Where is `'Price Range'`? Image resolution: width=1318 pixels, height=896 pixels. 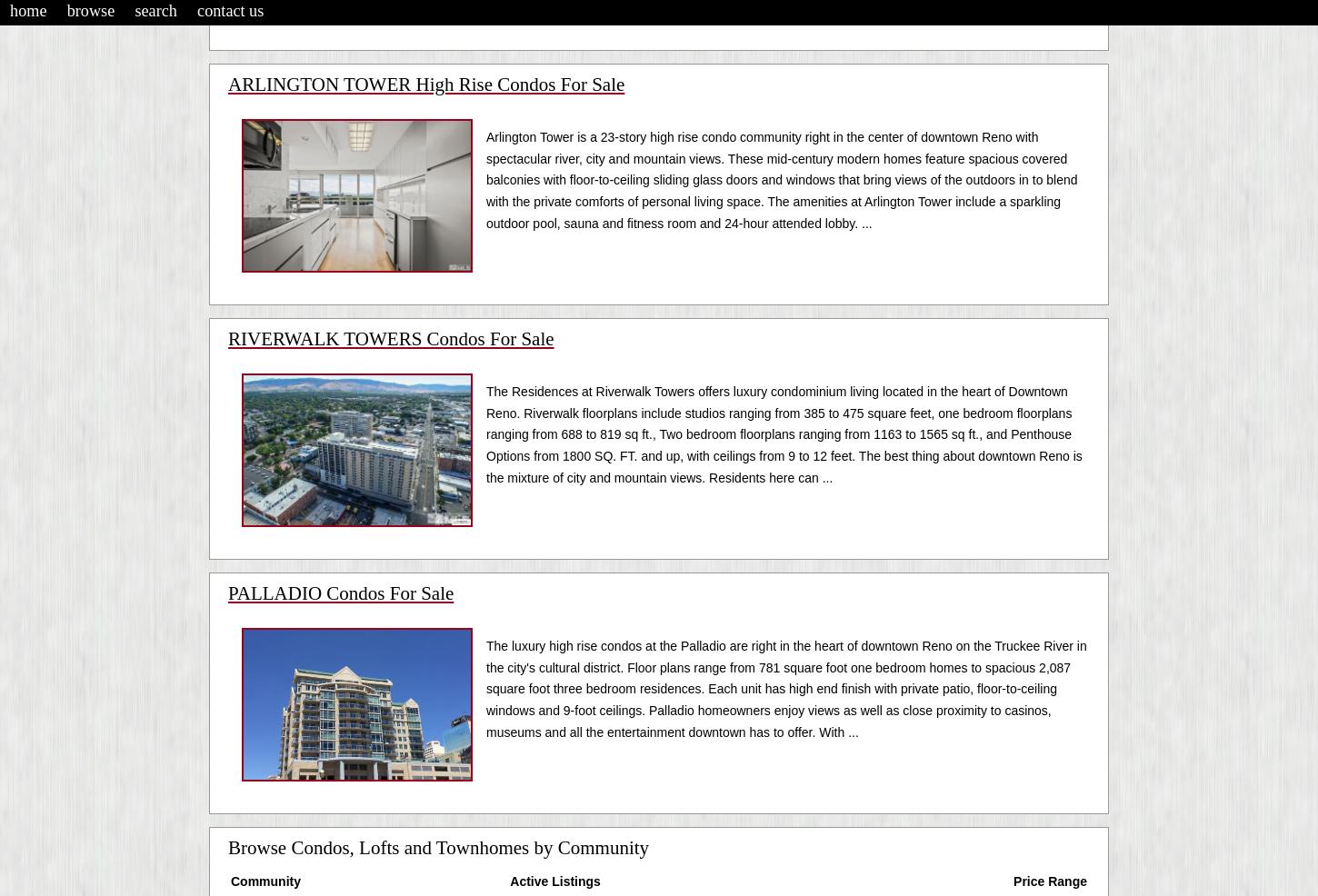 'Price Range' is located at coordinates (1049, 881).